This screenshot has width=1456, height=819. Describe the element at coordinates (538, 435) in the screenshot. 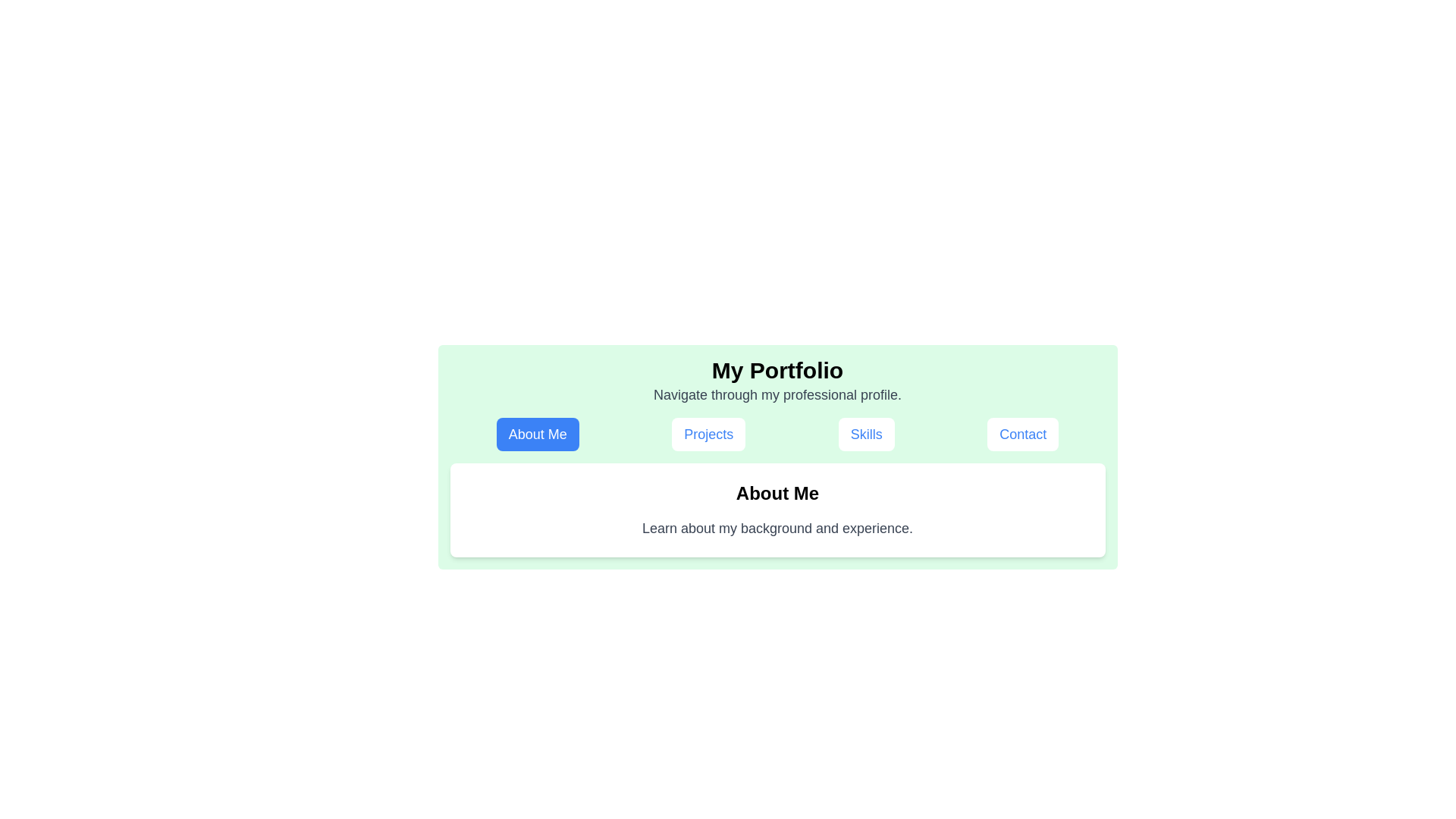

I see `the About Me tab to display its content` at that location.